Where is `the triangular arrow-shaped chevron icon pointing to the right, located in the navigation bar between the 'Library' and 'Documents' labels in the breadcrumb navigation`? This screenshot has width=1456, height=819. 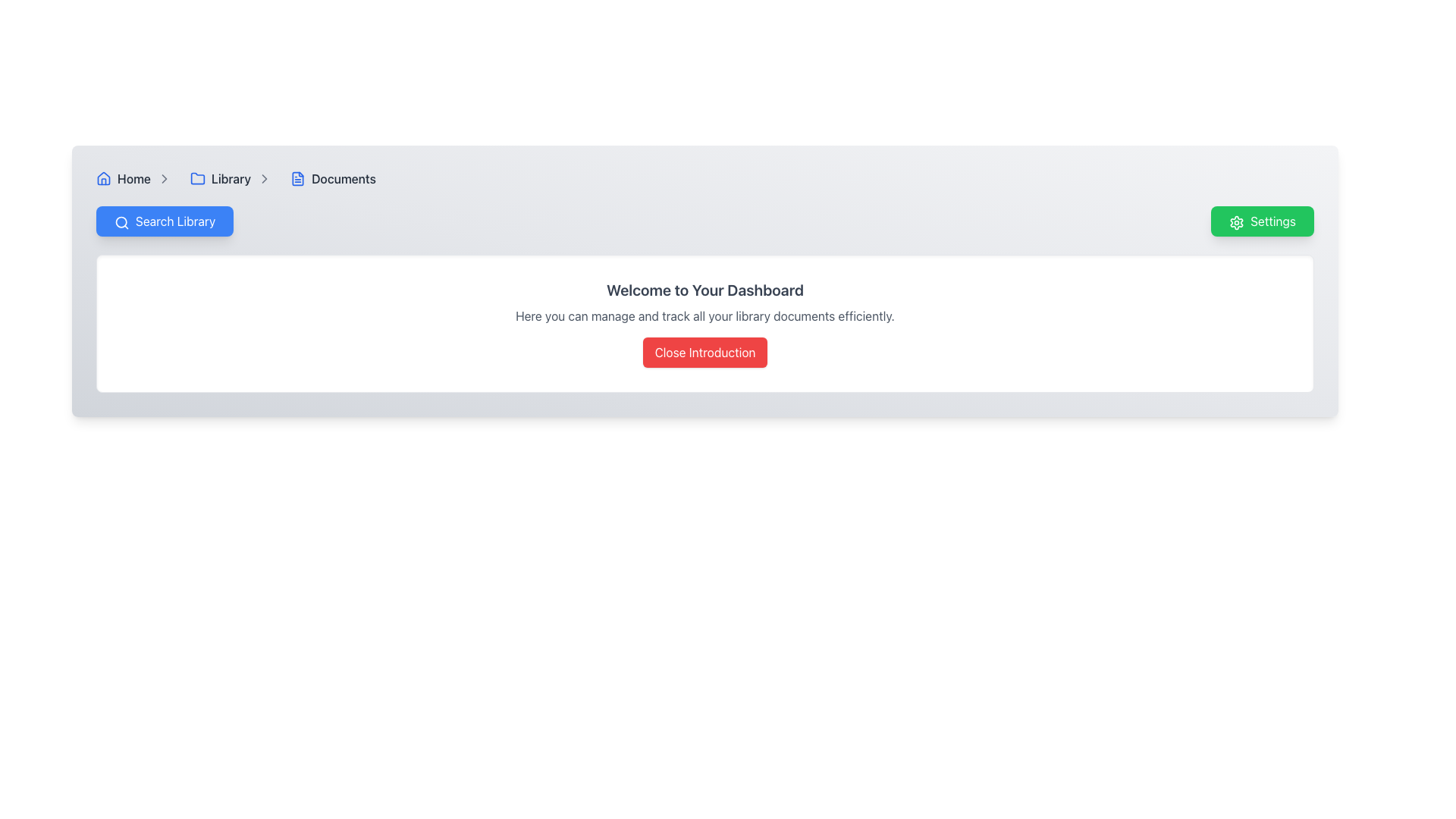 the triangular arrow-shaped chevron icon pointing to the right, located in the navigation bar between the 'Library' and 'Documents' labels in the breadcrumb navigation is located at coordinates (265, 177).